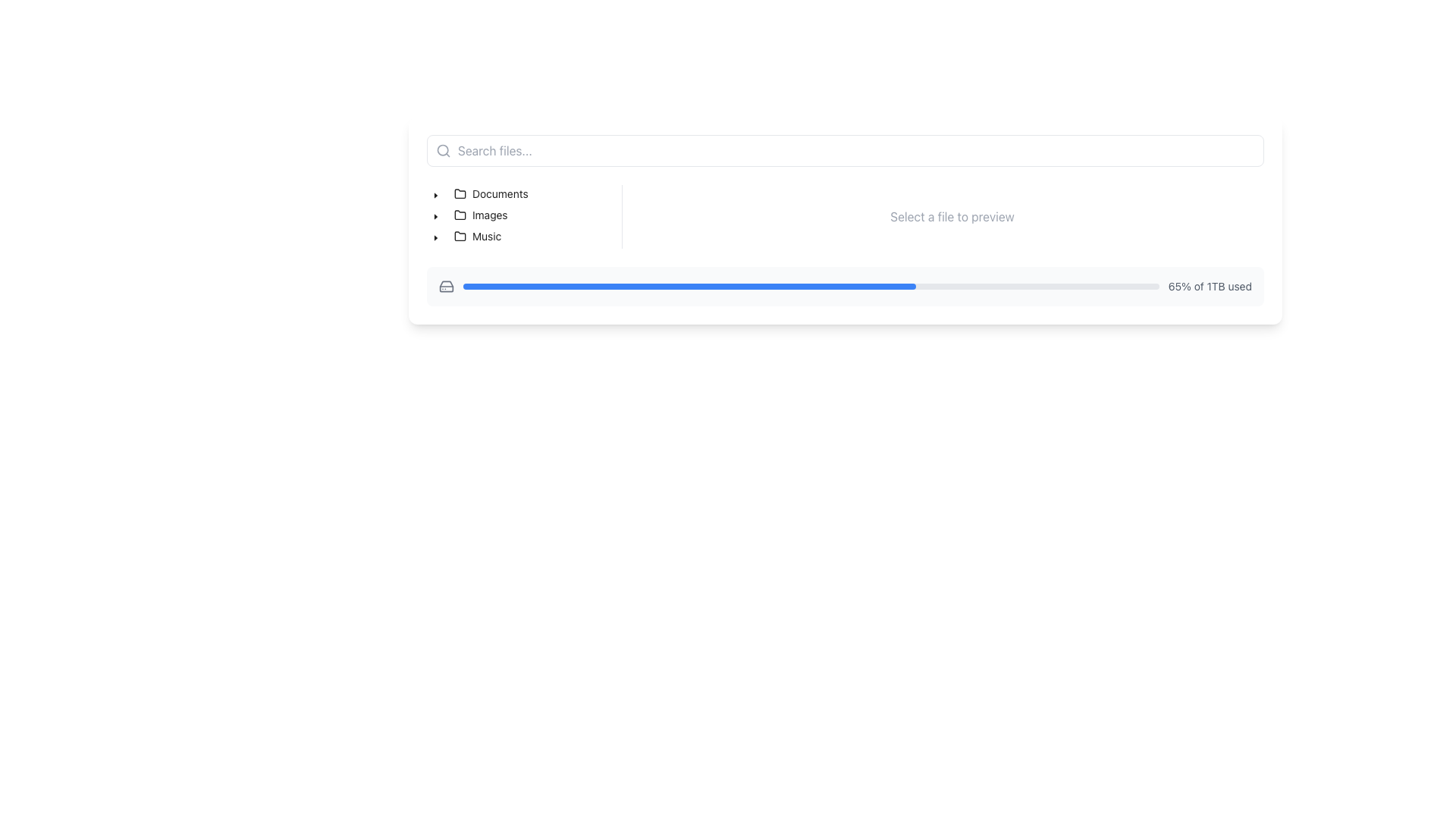 The image size is (1456, 819). Describe the element at coordinates (477, 237) in the screenshot. I see `the 'Music' folder item in the file browser` at that location.